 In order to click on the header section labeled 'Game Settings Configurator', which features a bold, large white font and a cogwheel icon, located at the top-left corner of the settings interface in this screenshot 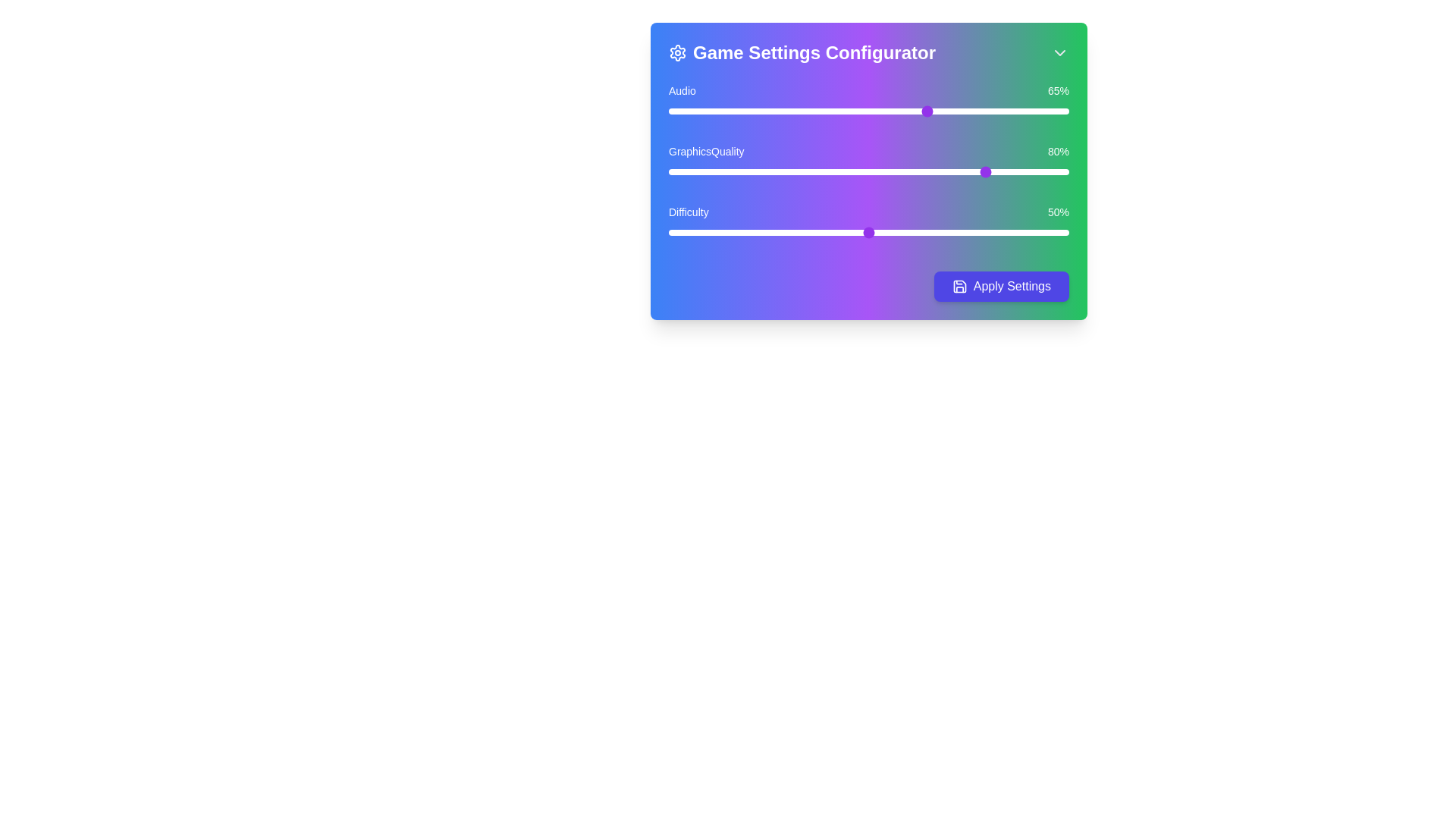, I will do `click(802, 52)`.